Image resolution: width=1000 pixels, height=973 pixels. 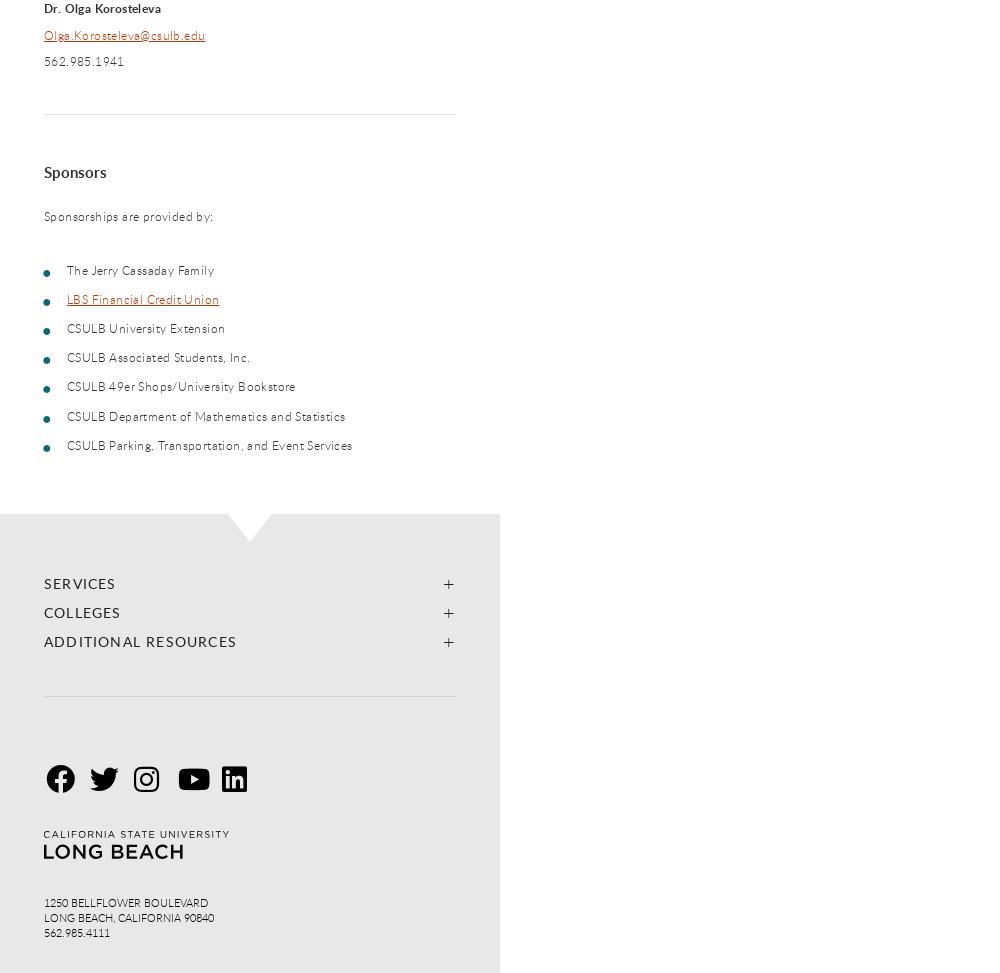 I want to click on 'LBS Financial Credit Union', so click(x=143, y=298).